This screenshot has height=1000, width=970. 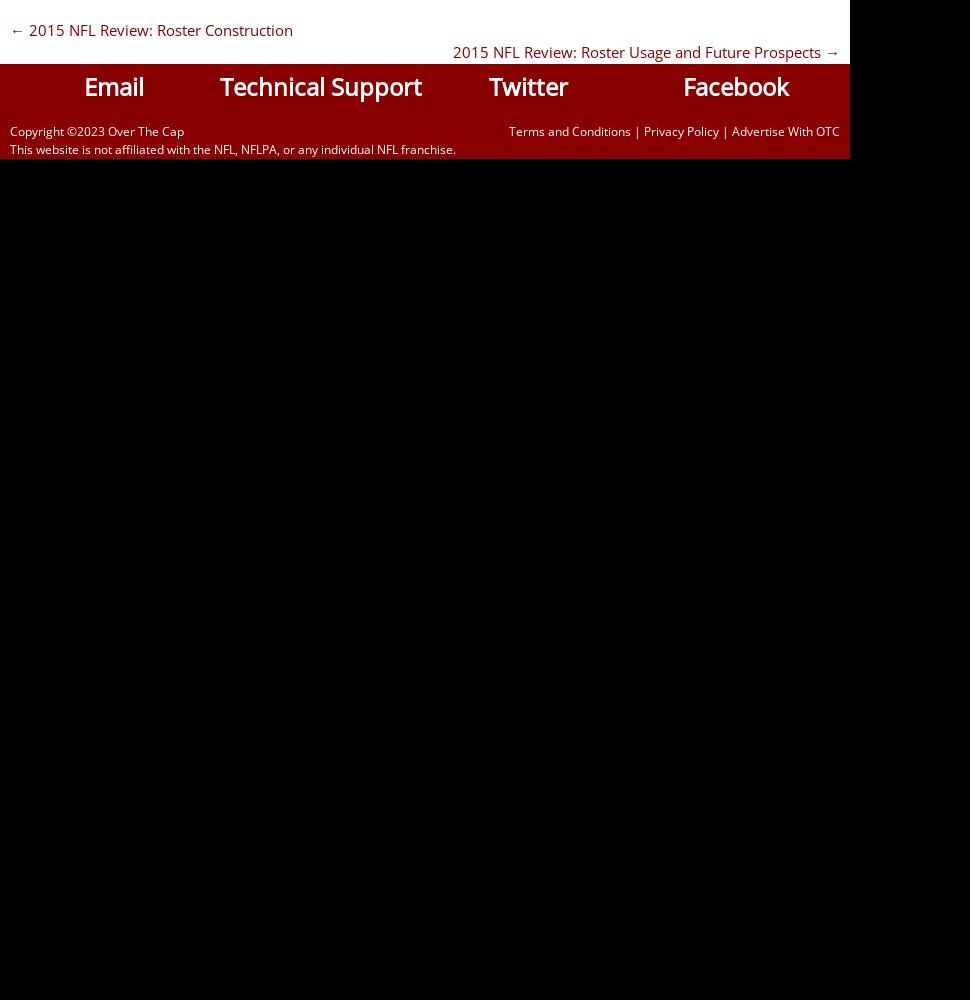 I want to click on 'Terms and Conditions', so click(x=568, y=130).